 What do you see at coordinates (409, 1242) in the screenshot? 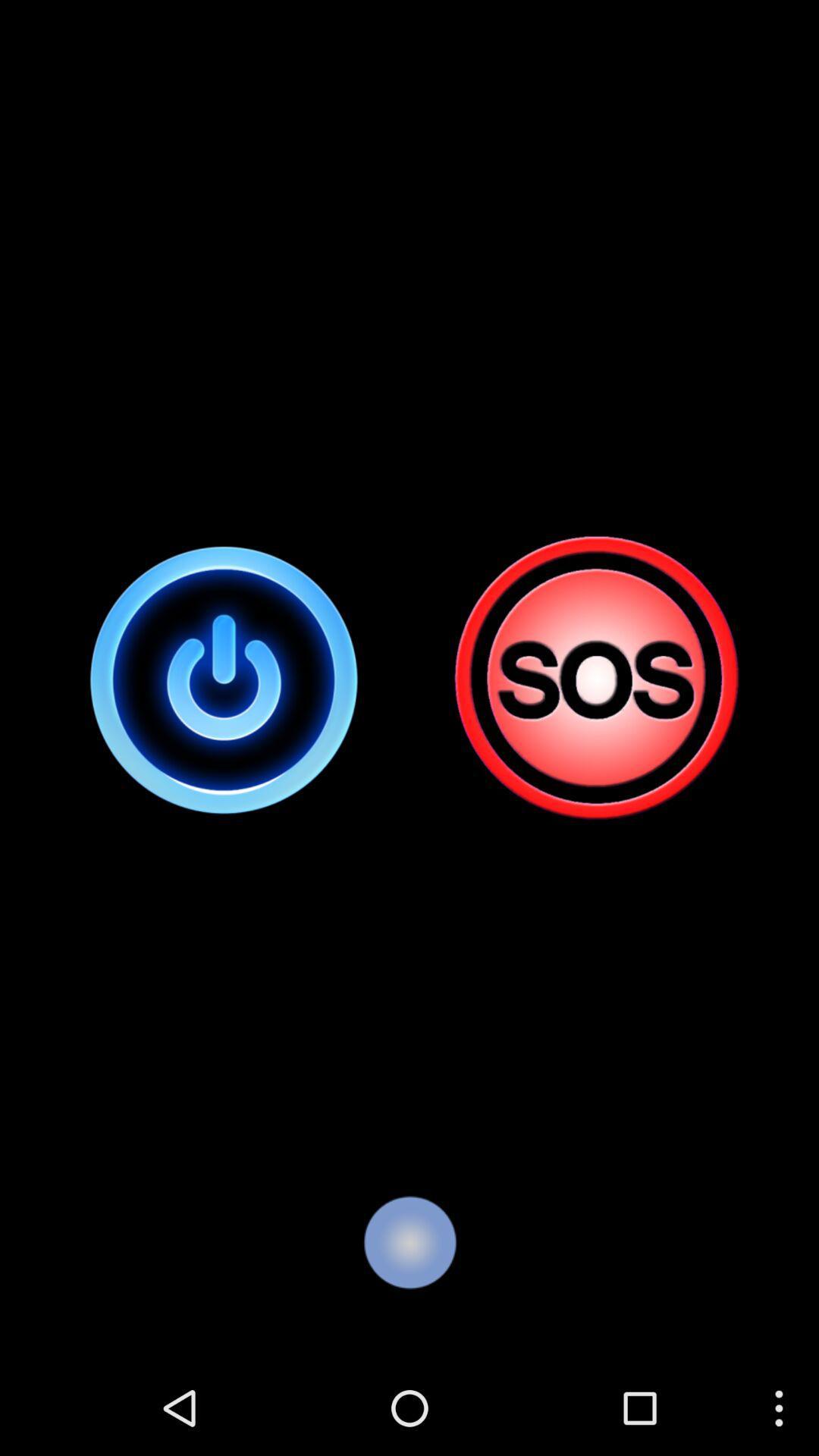
I see `the button at the bottom` at bounding box center [409, 1242].